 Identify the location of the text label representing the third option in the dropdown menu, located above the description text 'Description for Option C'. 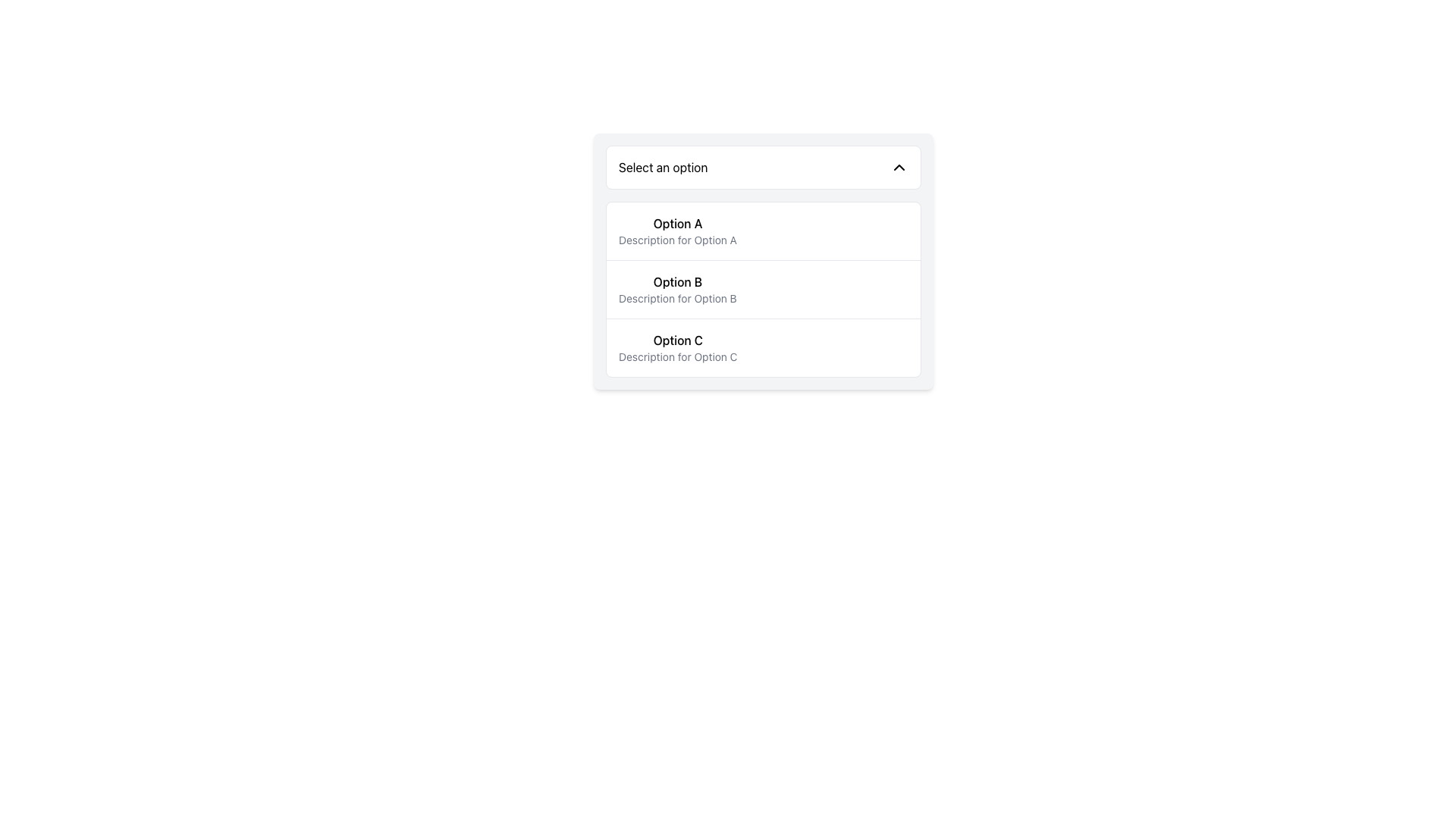
(677, 339).